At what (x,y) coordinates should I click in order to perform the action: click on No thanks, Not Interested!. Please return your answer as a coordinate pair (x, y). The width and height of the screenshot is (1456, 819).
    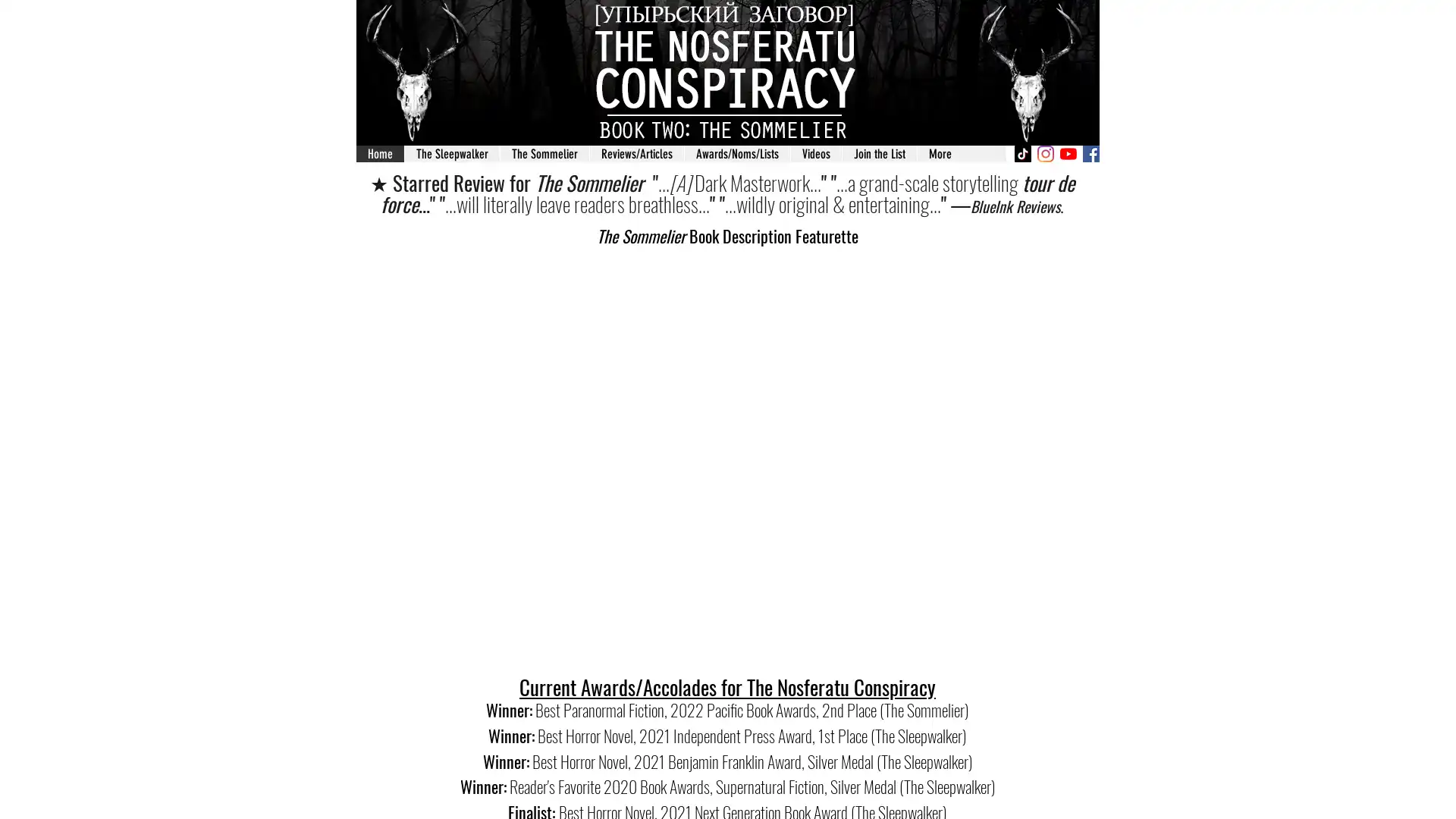
    Looking at the image, I should click on (726, 550).